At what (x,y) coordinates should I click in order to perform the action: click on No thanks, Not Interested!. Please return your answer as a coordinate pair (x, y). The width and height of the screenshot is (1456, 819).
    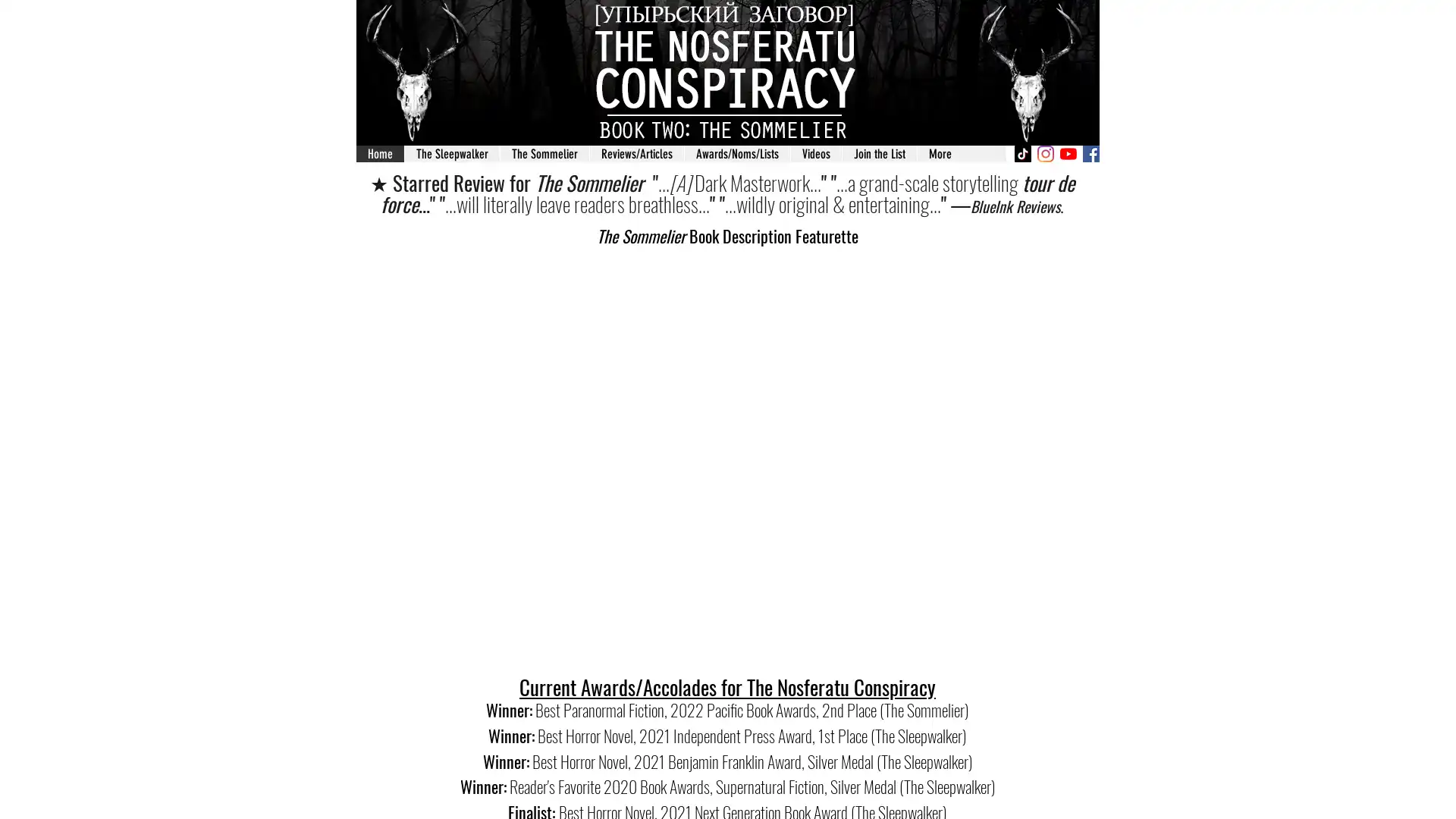
    Looking at the image, I should click on (726, 550).